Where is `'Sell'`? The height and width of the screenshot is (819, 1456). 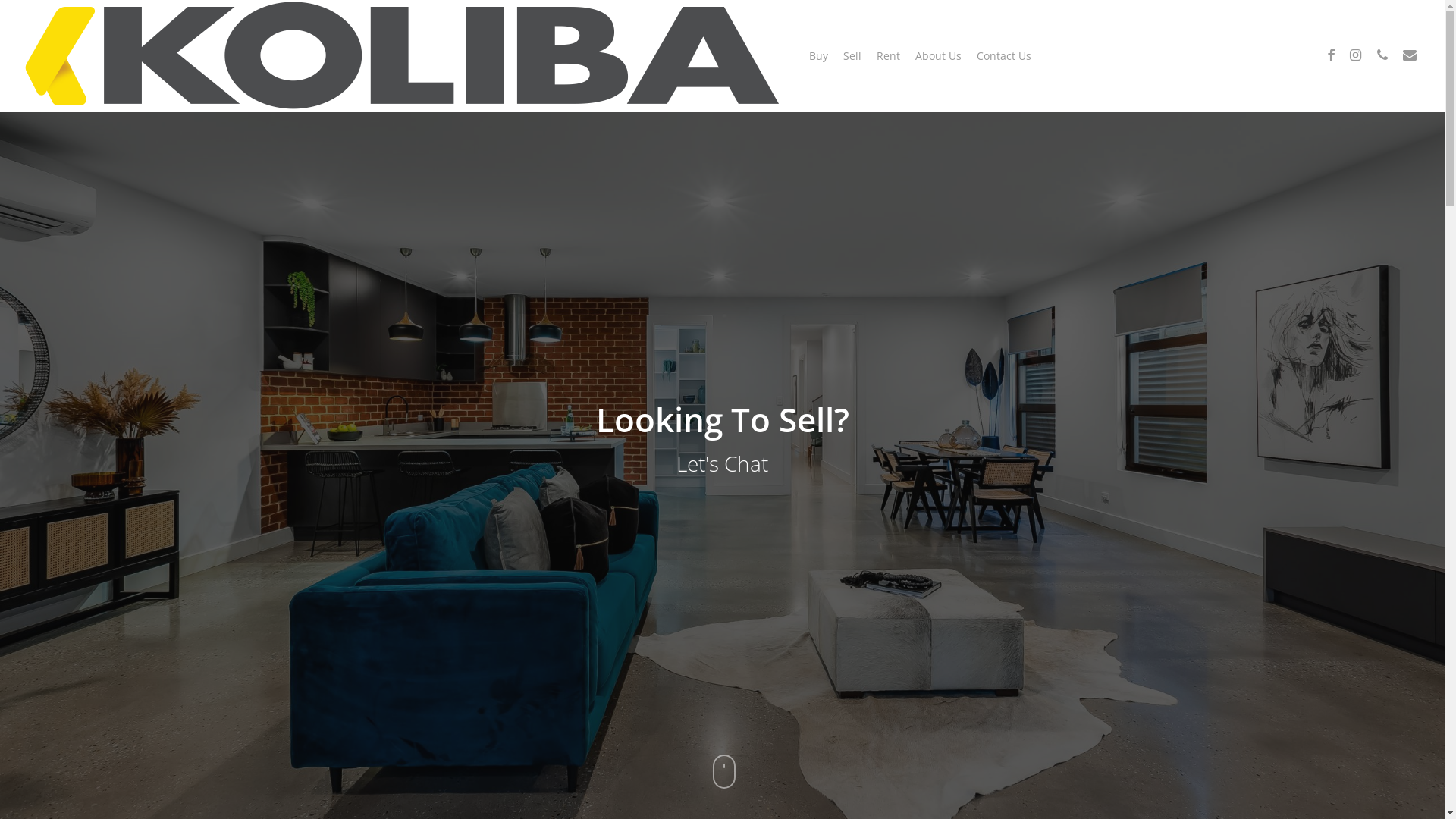
'Sell' is located at coordinates (852, 55).